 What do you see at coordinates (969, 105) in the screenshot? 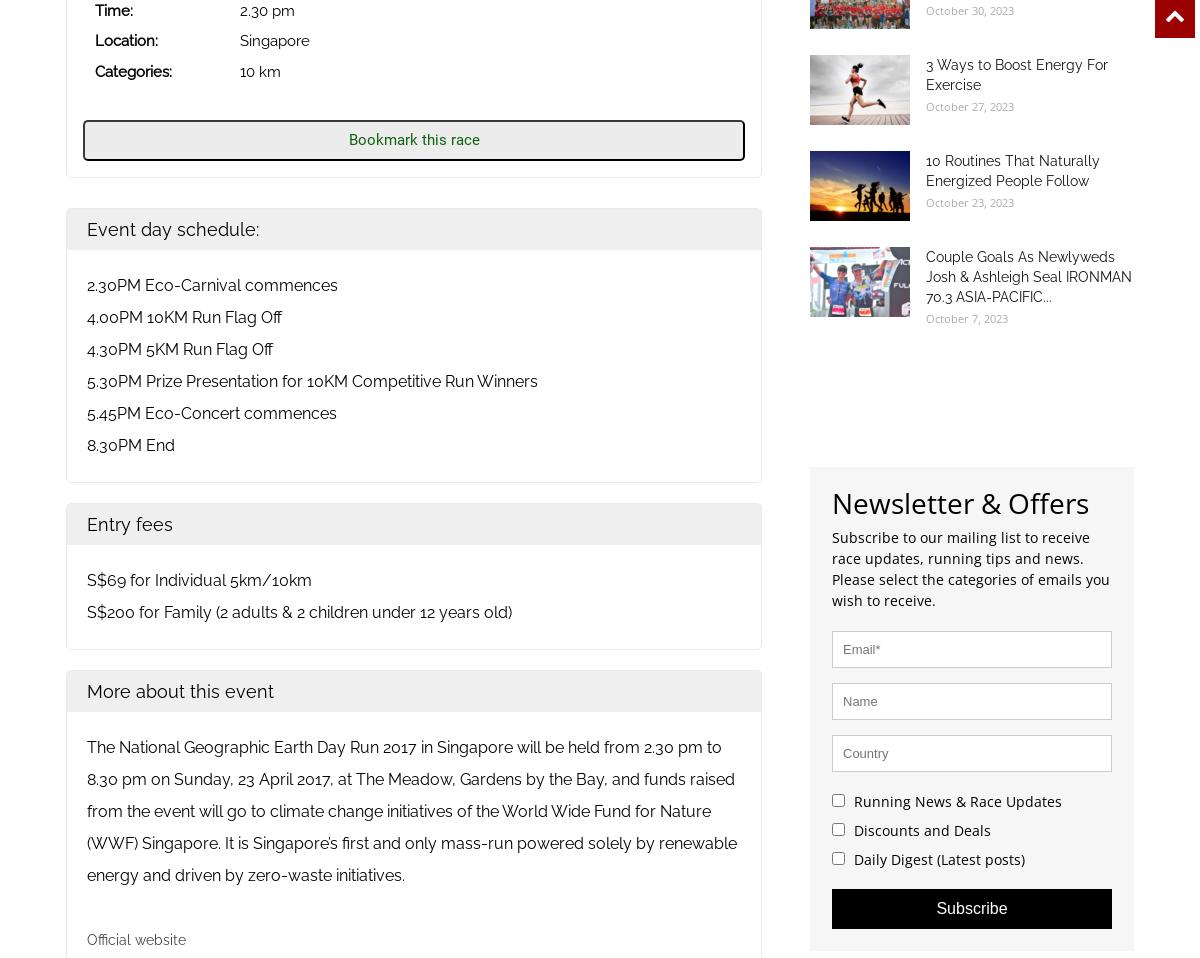
I see `'October 27, 2023'` at bounding box center [969, 105].